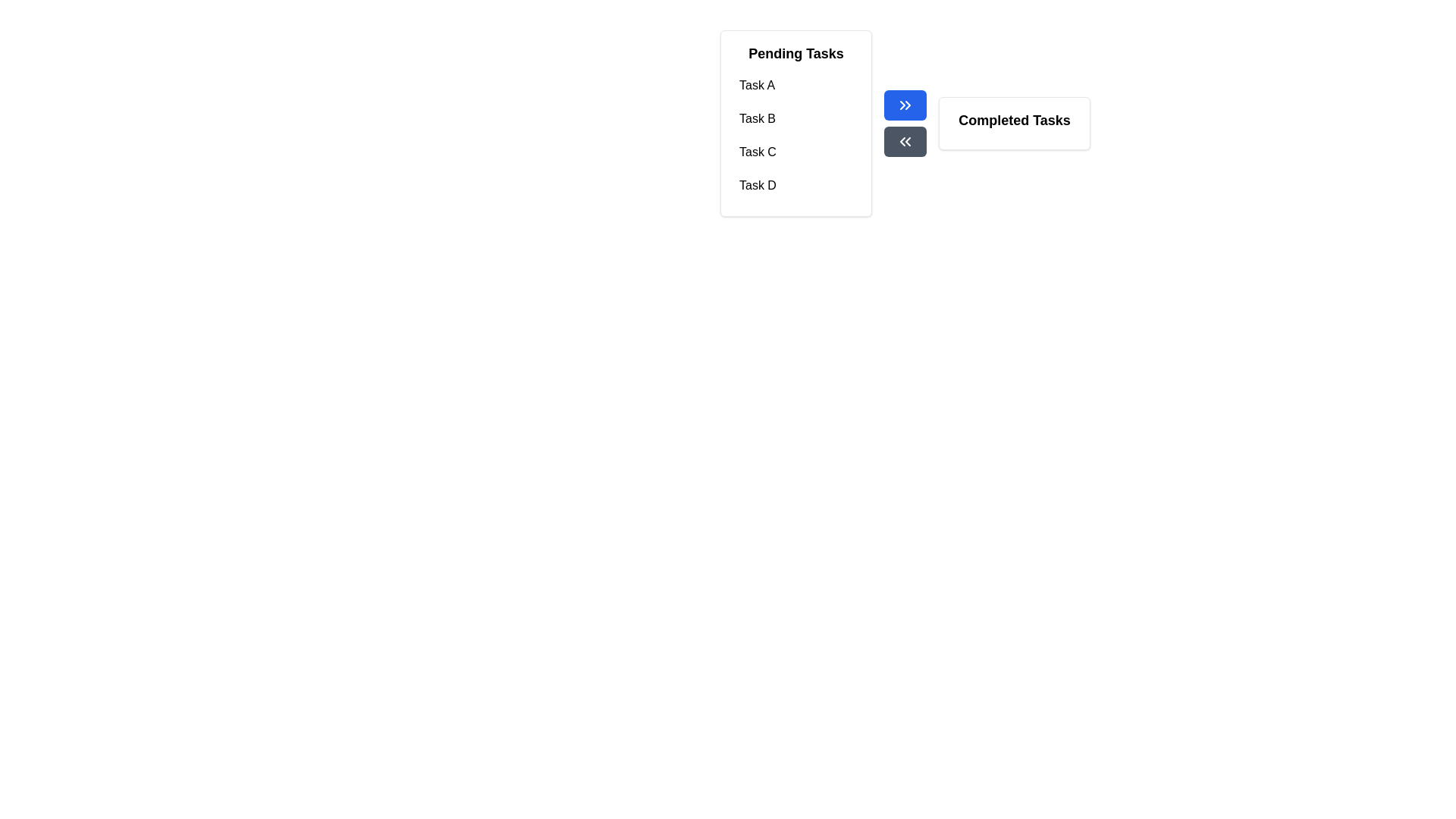 Image resolution: width=1456 pixels, height=819 pixels. I want to click on the 'Pending Tasks' label, so click(795, 52).